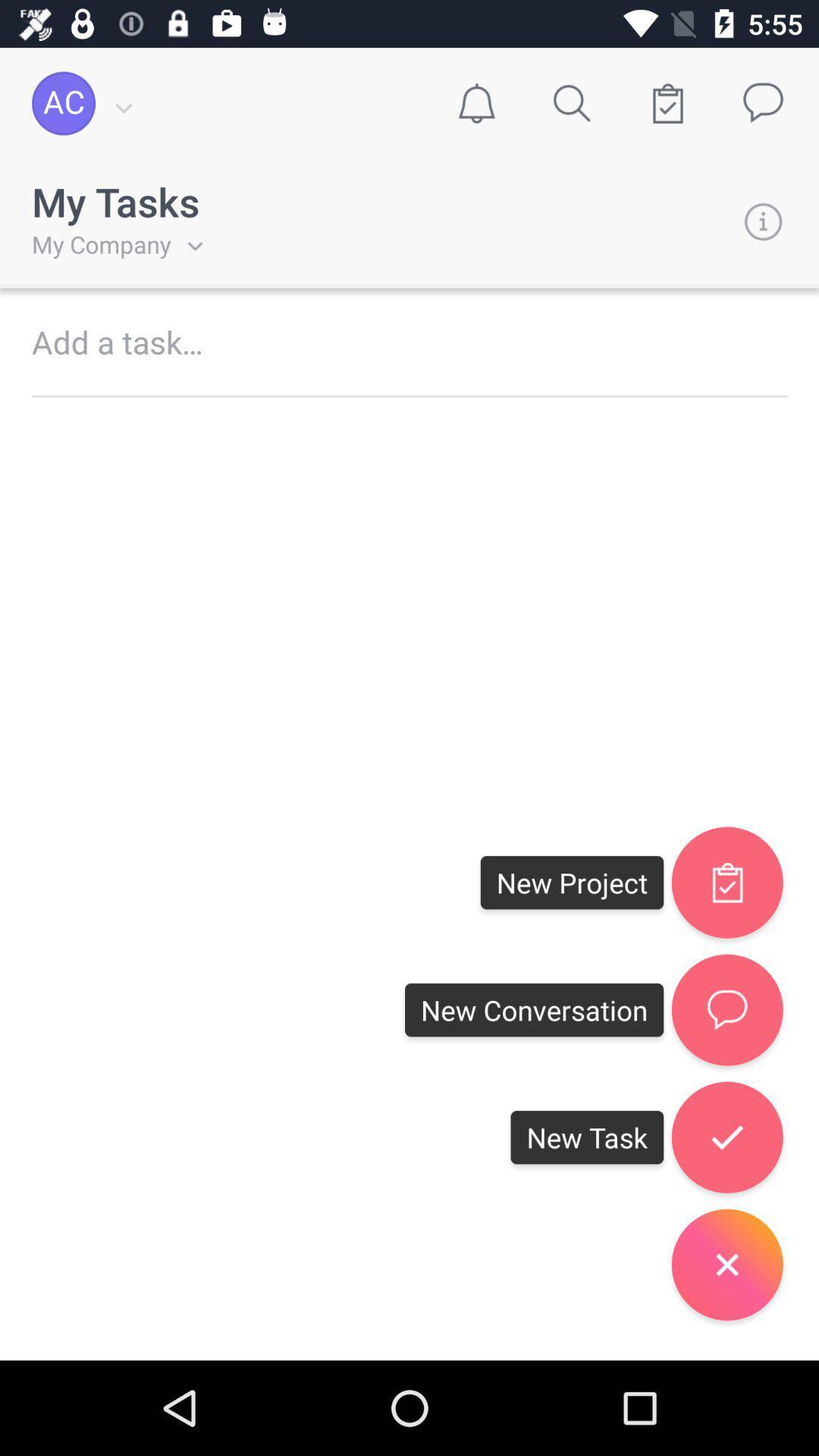 The width and height of the screenshot is (819, 1456). What do you see at coordinates (573, 103) in the screenshot?
I see `search icon` at bounding box center [573, 103].